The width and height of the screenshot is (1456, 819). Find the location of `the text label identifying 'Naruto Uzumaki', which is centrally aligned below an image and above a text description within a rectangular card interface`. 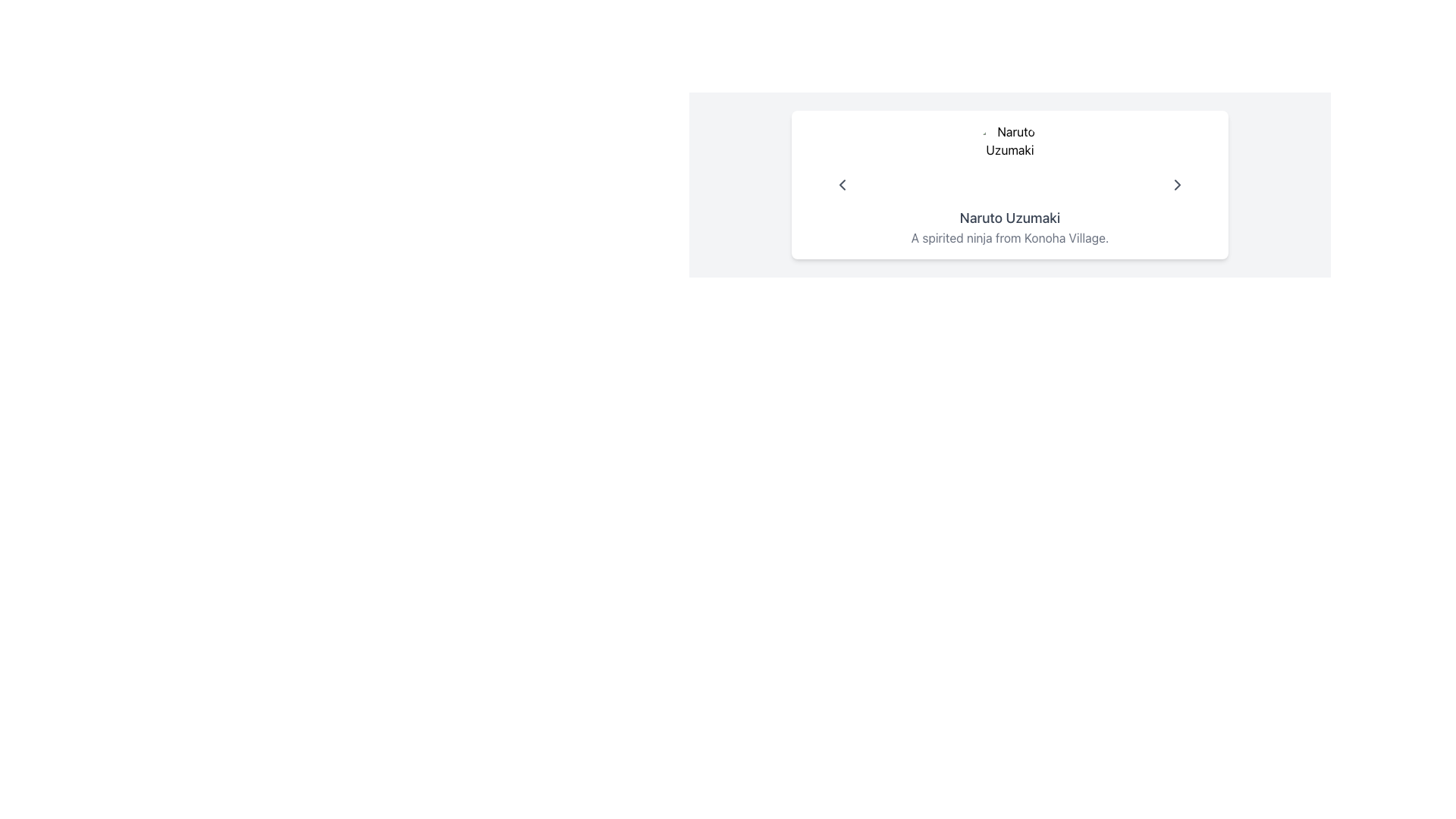

the text label identifying 'Naruto Uzumaki', which is centrally aligned below an image and above a text description within a rectangular card interface is located at coordinates (1009, 218).